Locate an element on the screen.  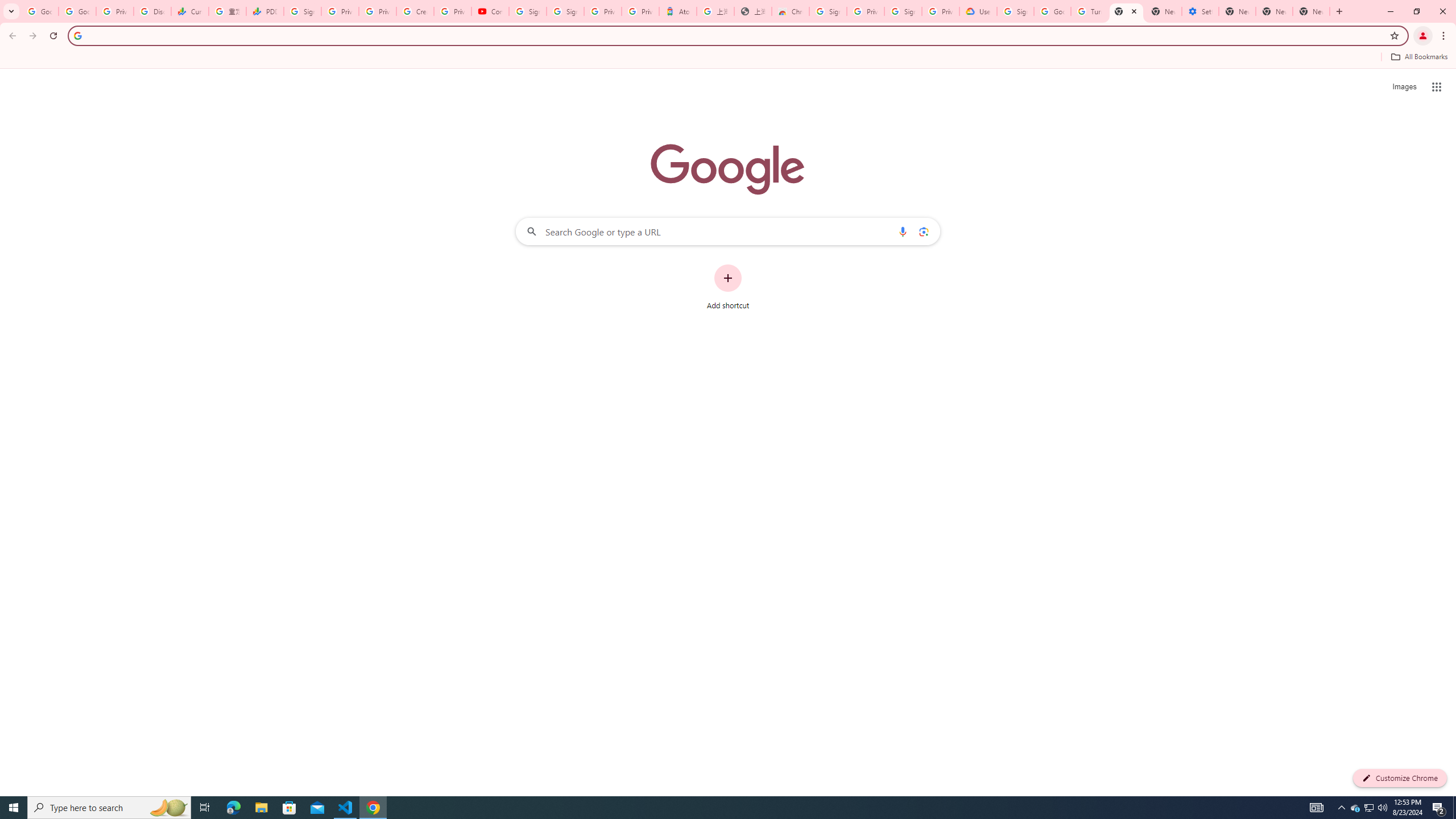
'Add shortcut' is located at coordinates (728, 287).